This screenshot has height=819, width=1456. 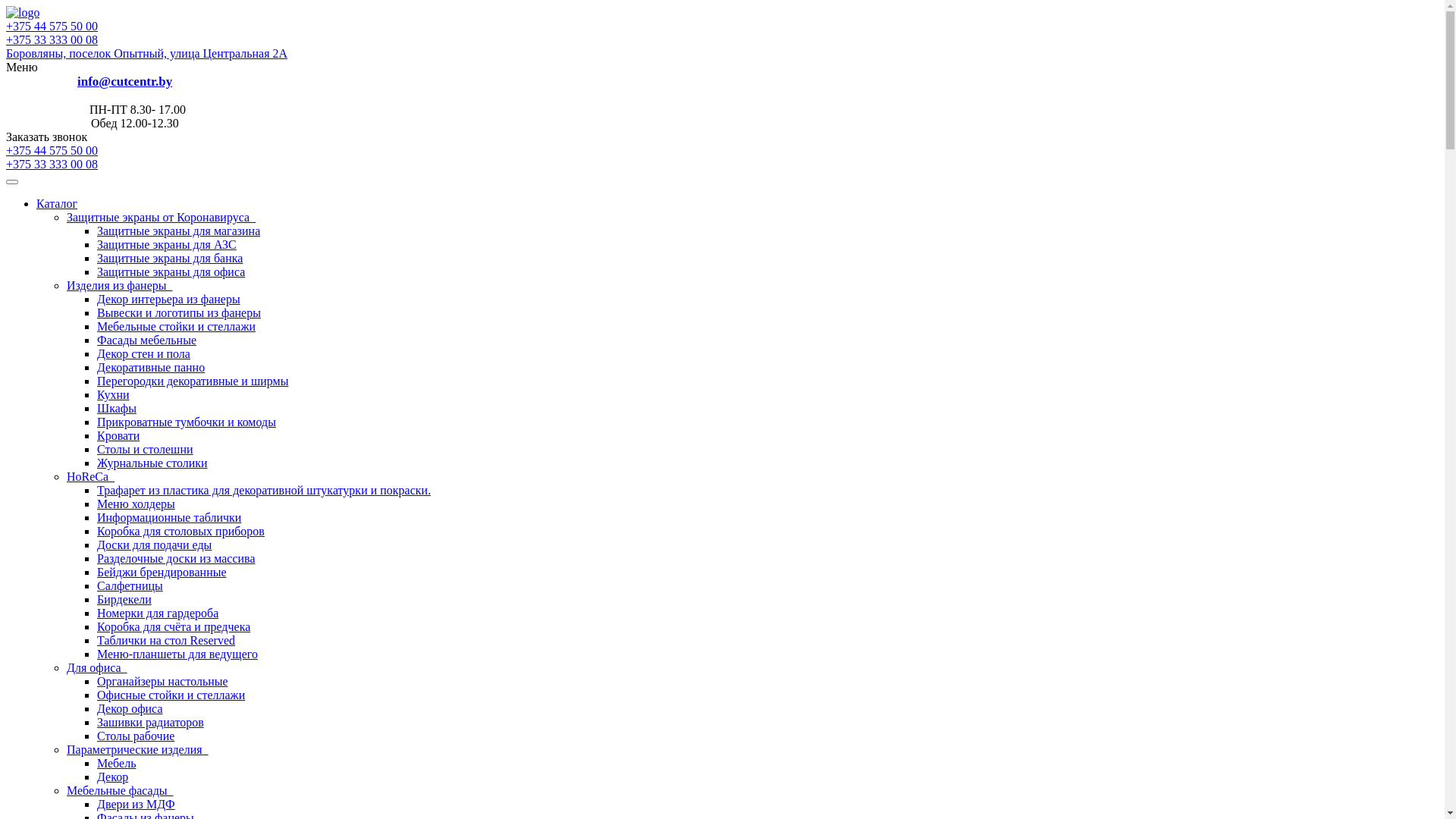 What do you see at coordinates (52, 164) in the screenshot?
I see `'+375 33 333 00 08'` at bounding box center [52, 164].